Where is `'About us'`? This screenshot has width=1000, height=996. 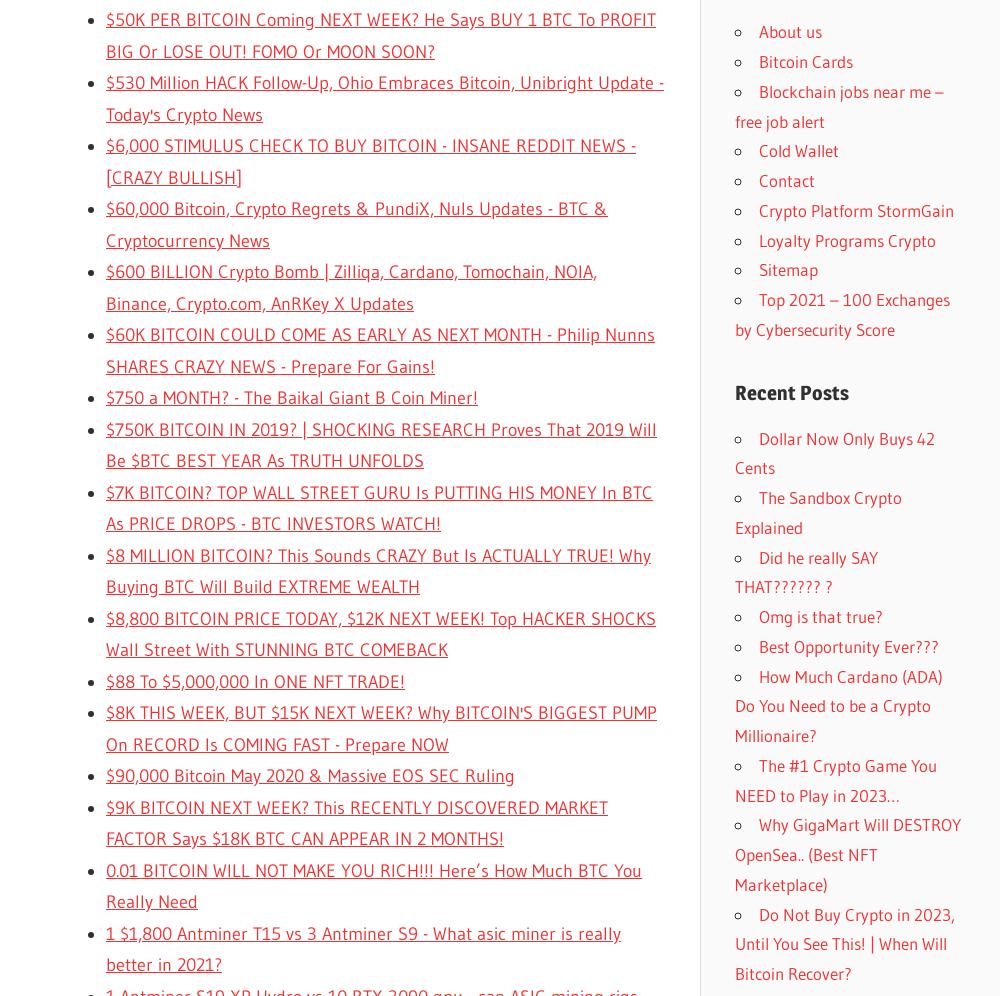 'About us' is located at coordinates (790, 31).